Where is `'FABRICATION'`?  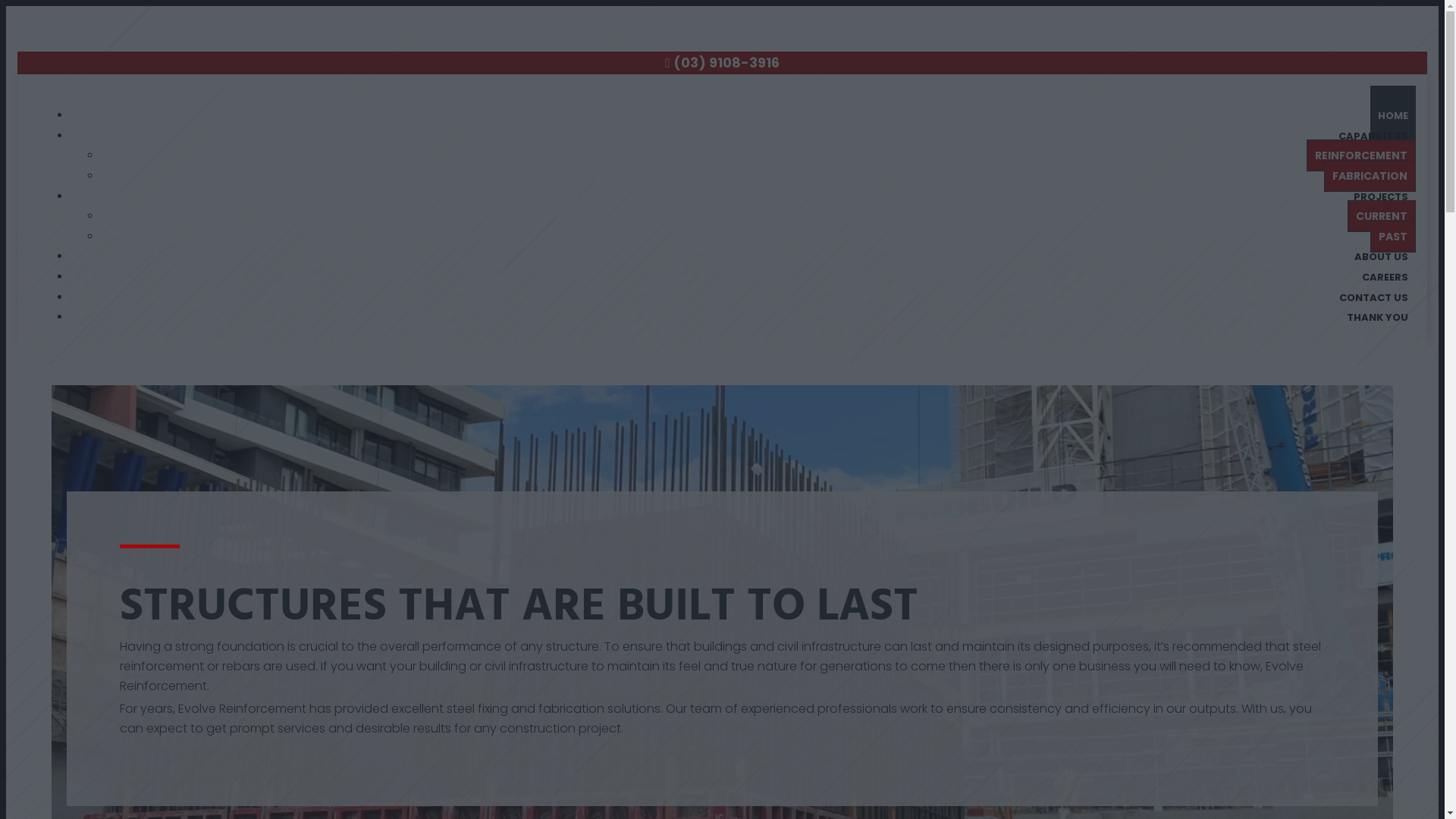
'FABRICATION' is located at coordinates (1370, 174).